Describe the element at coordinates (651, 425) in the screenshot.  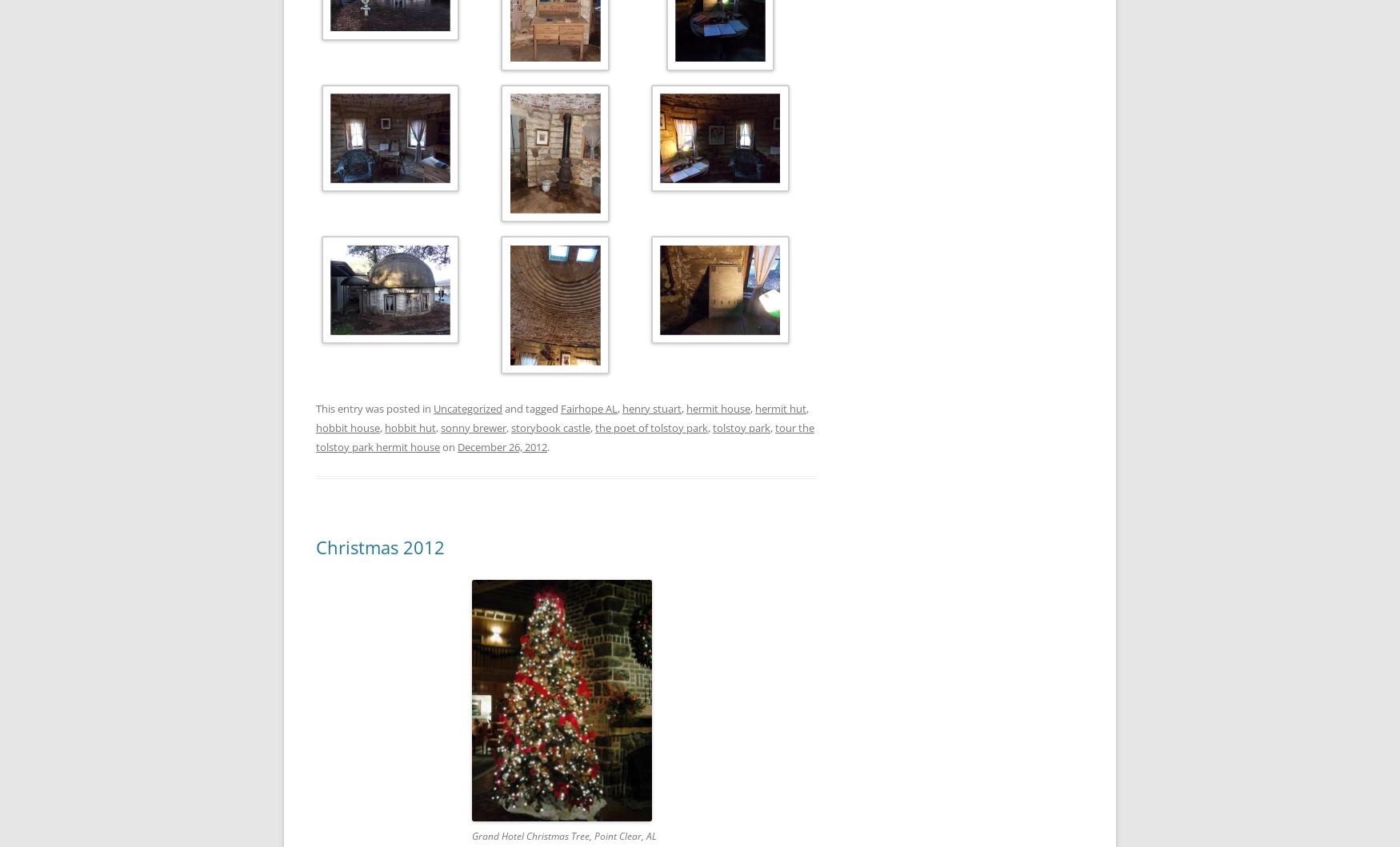
I see `'the poet of tolstoy park'` at that location.